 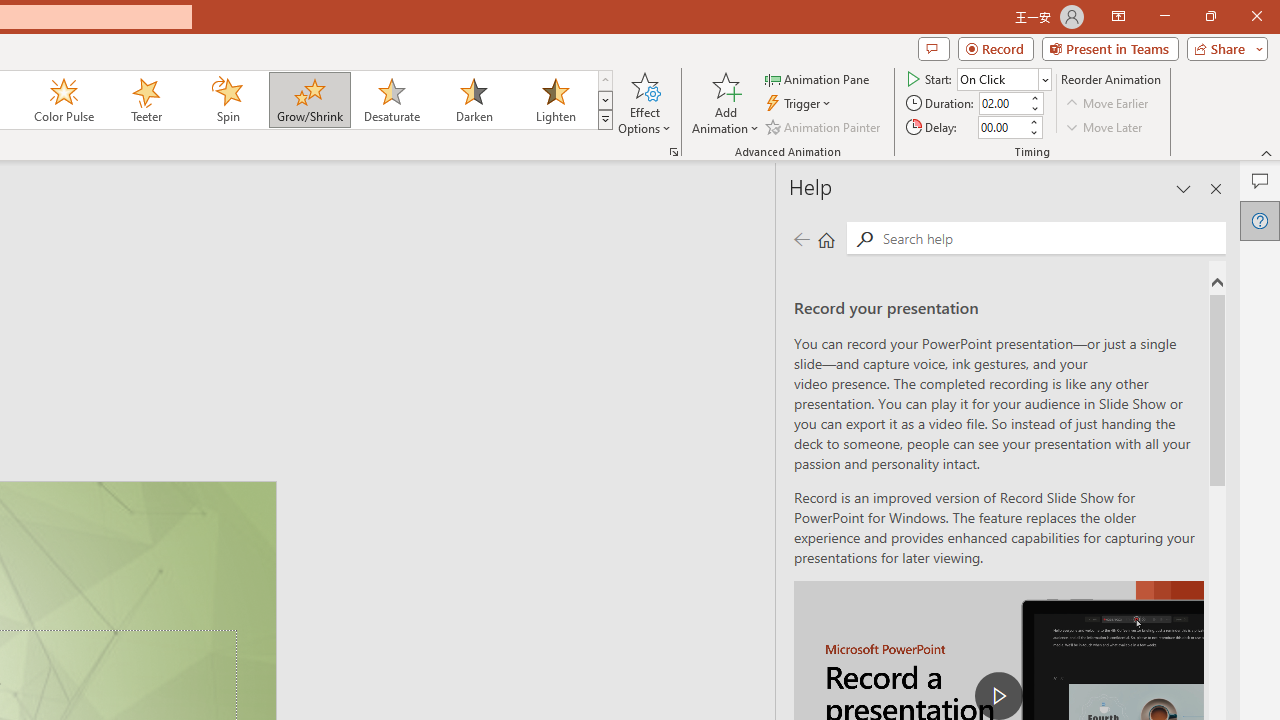 I want to click on 'Darken', so click(x=472, y=100).